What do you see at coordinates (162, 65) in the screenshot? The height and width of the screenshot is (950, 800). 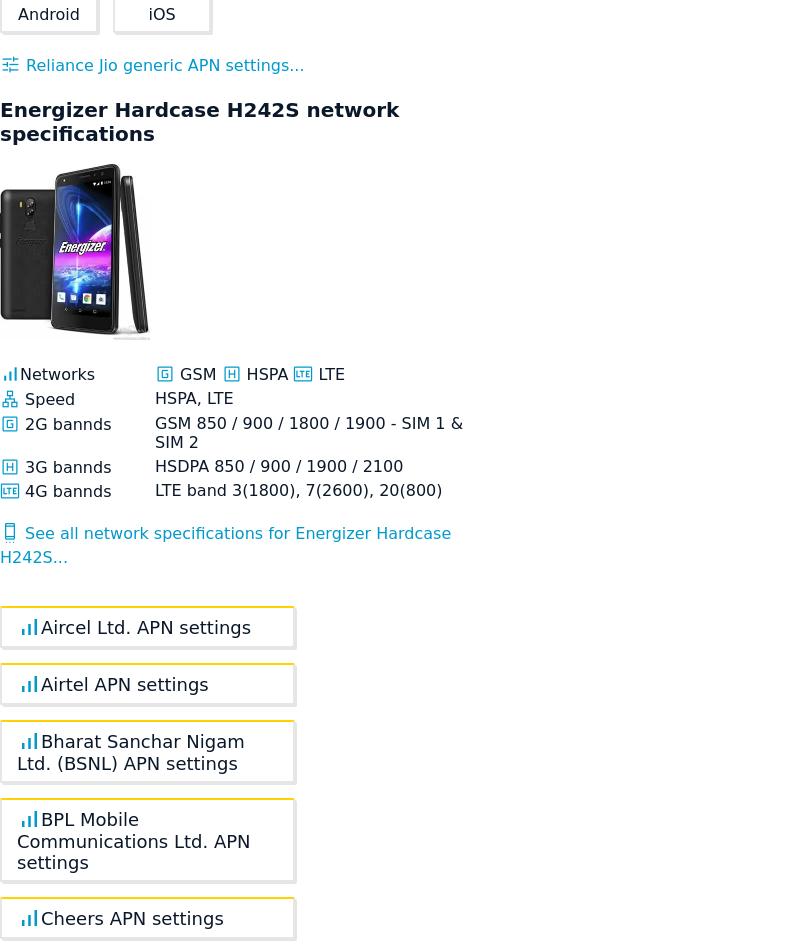 I see `'Reliance Jio generic APN settings...'` at bounding box center [162, 65].